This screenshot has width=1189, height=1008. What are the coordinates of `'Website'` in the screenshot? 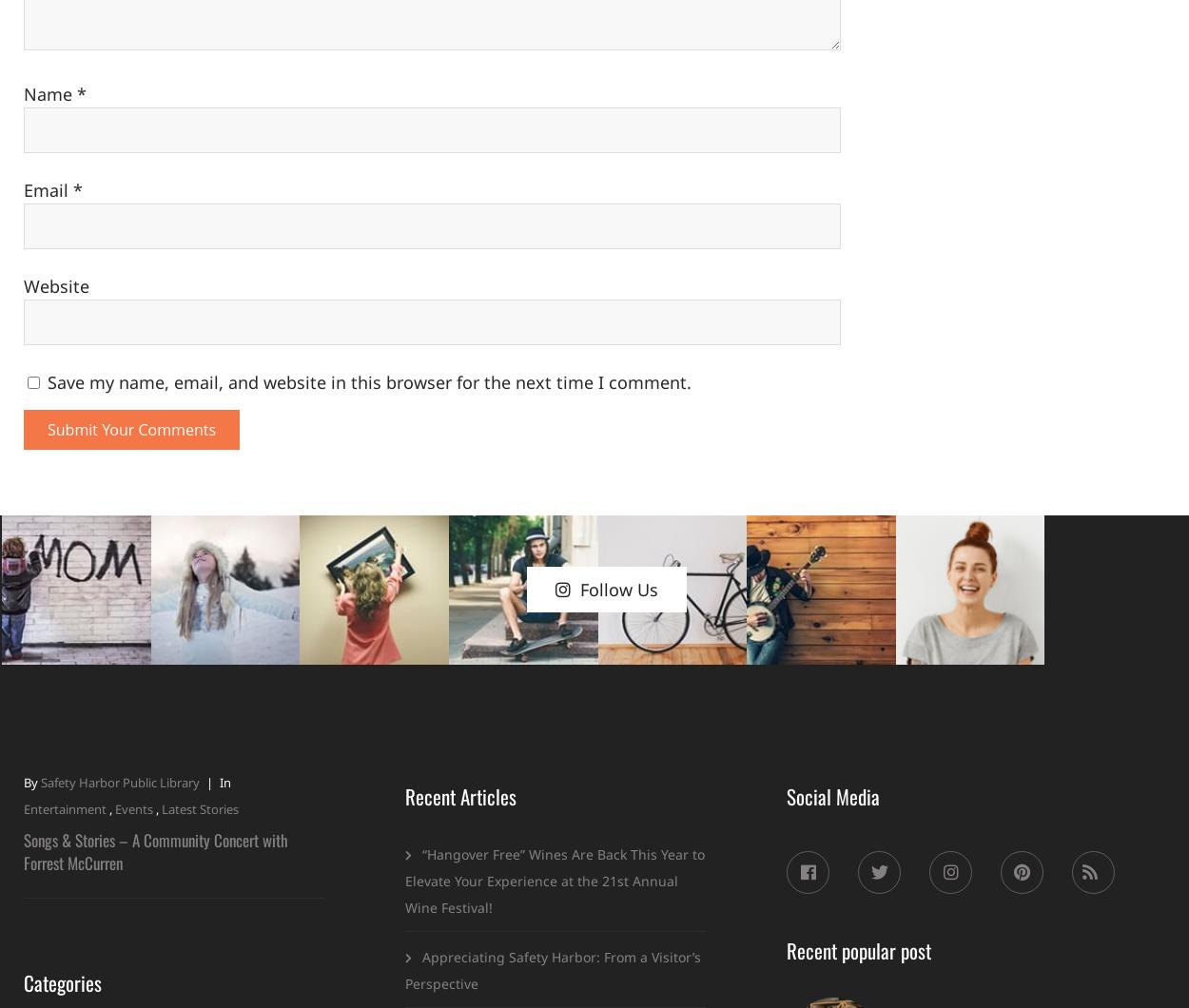 It's located at (56, 286).